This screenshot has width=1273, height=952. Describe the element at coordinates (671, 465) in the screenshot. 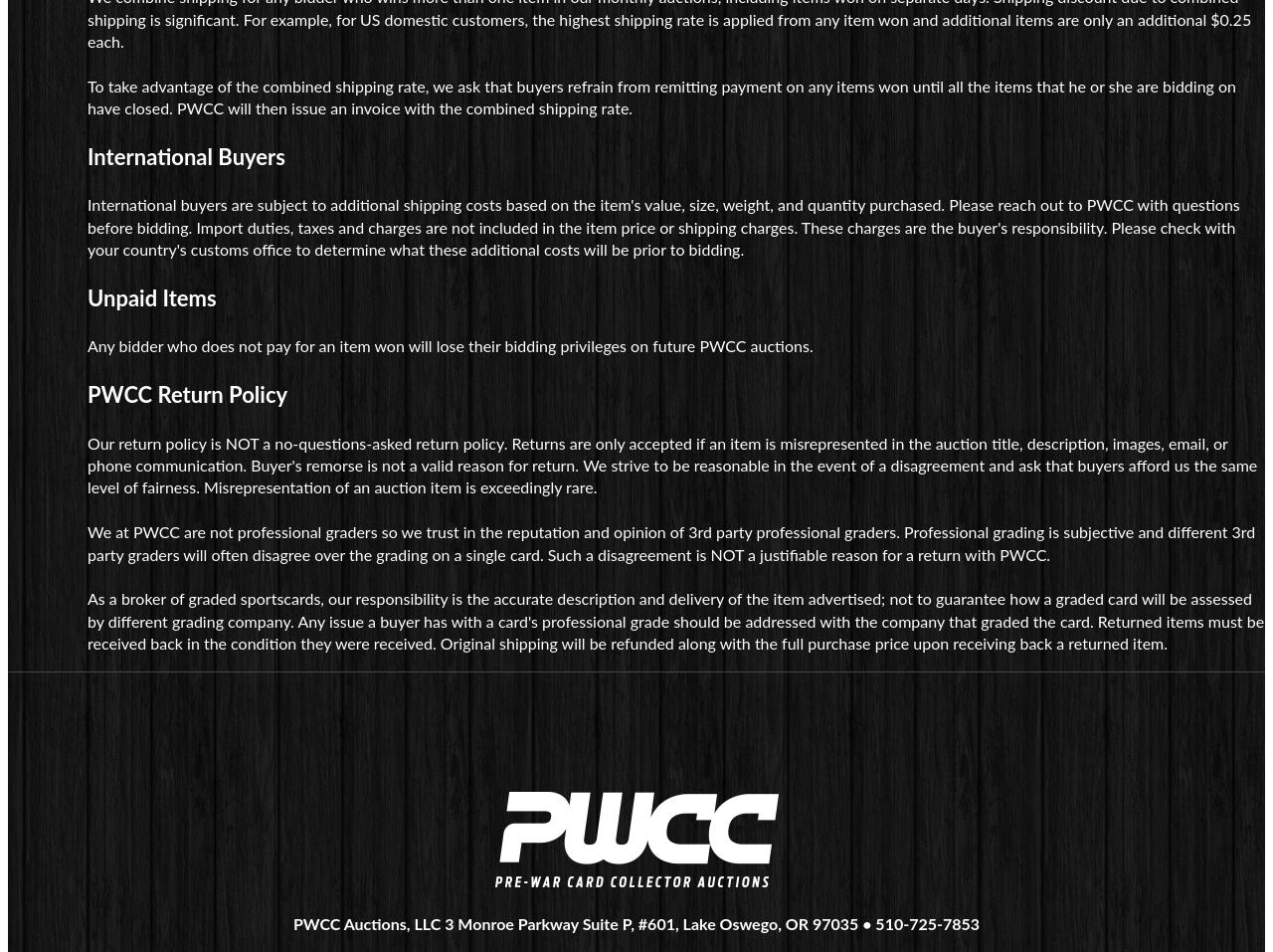

I see `'Our return policy is NOT a no-questions-asked return policy. Returns are only accepted if an item is misrepresented in the auction title, description, images, email, or phone communication. Buyer's remorse is not a valid reason for return. We strive to be reasonable in the event of a disagreement and ask that buyers afford us the same level of fairness. Misrepresentation of an auction item is exceedingly rare.'` at that location.